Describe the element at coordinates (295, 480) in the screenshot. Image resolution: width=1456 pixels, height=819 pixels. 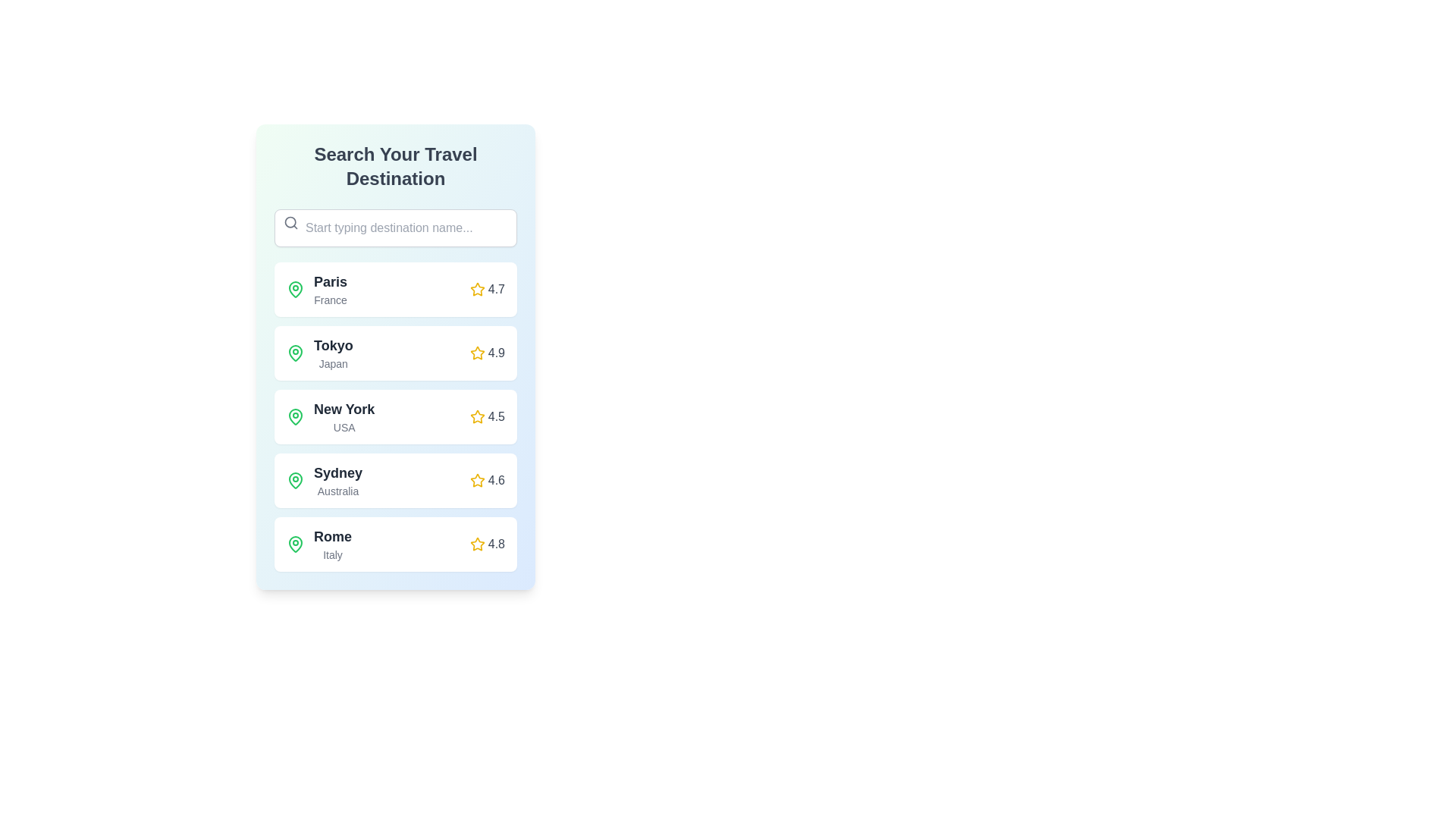
I see `the location marker icon that appears to the left of the text 'Sydney' and 'Australia' in the fourth row of the travel destinations listing panel` at that location.